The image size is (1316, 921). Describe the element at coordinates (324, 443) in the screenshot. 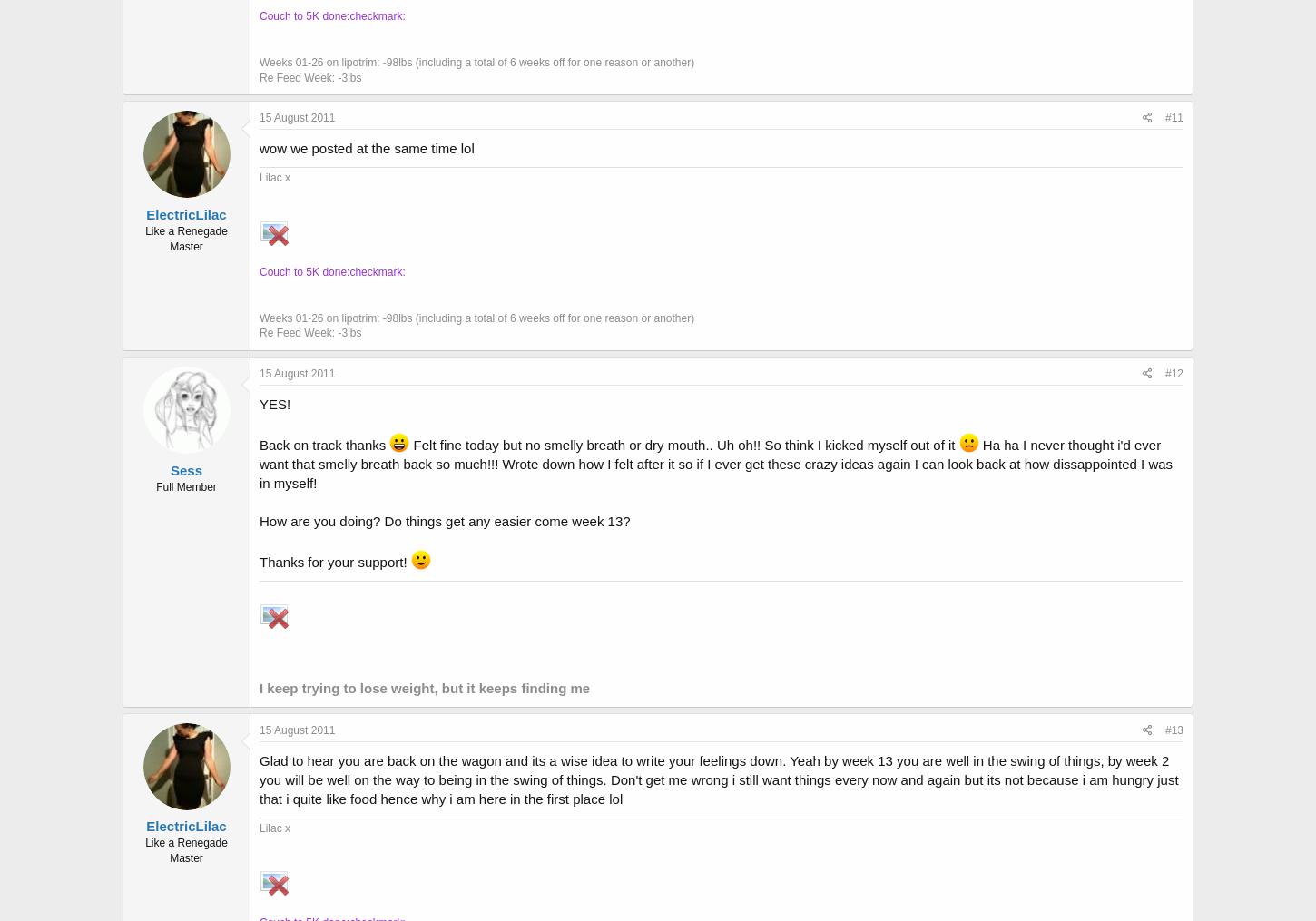

I see `'Back on track thanks'` at that location.